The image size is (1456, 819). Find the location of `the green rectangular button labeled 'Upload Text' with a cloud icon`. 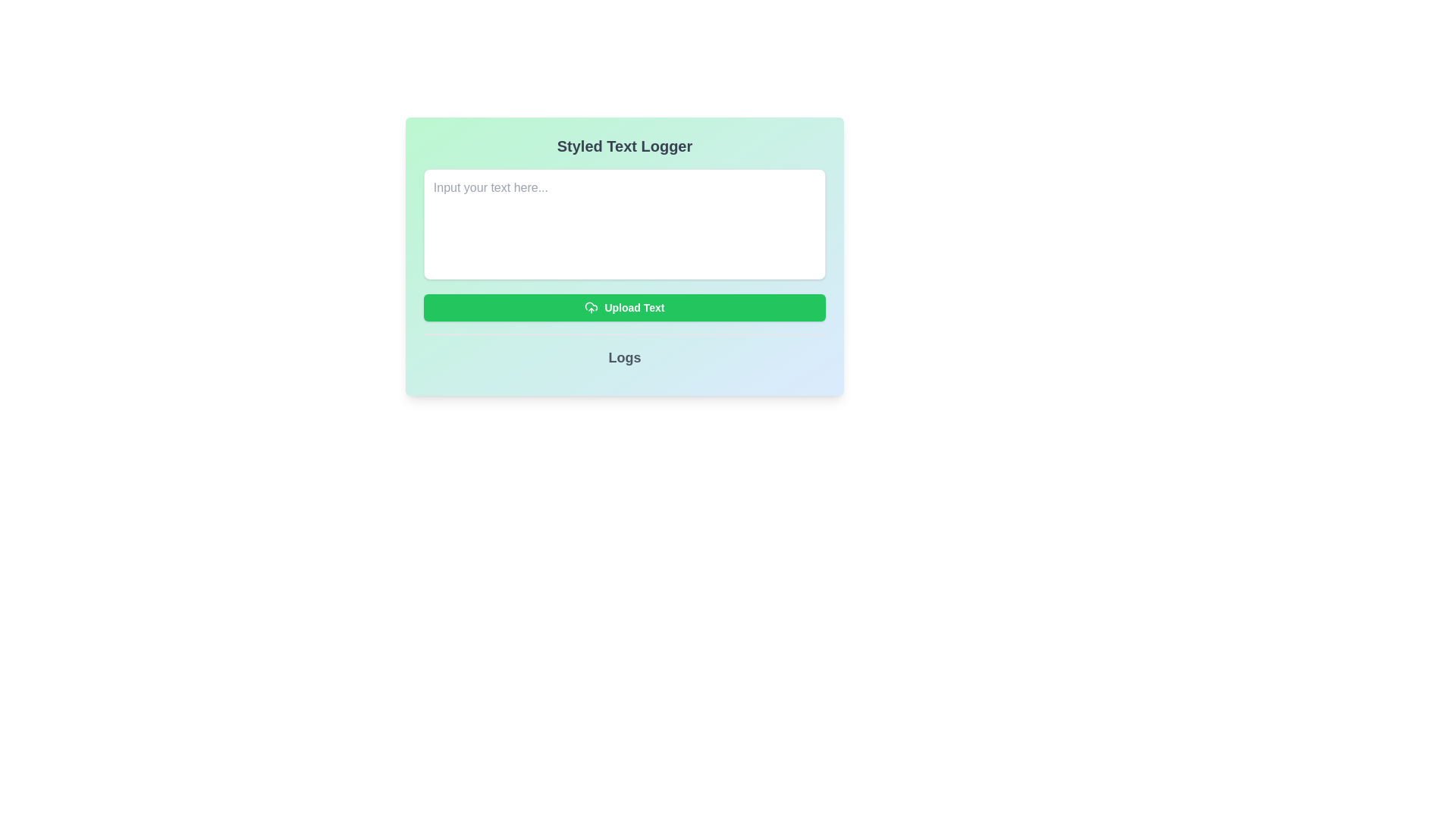

the green rectangular button labeled 'Upload Text' with a cloud icon is located at coordinates (625, 307).